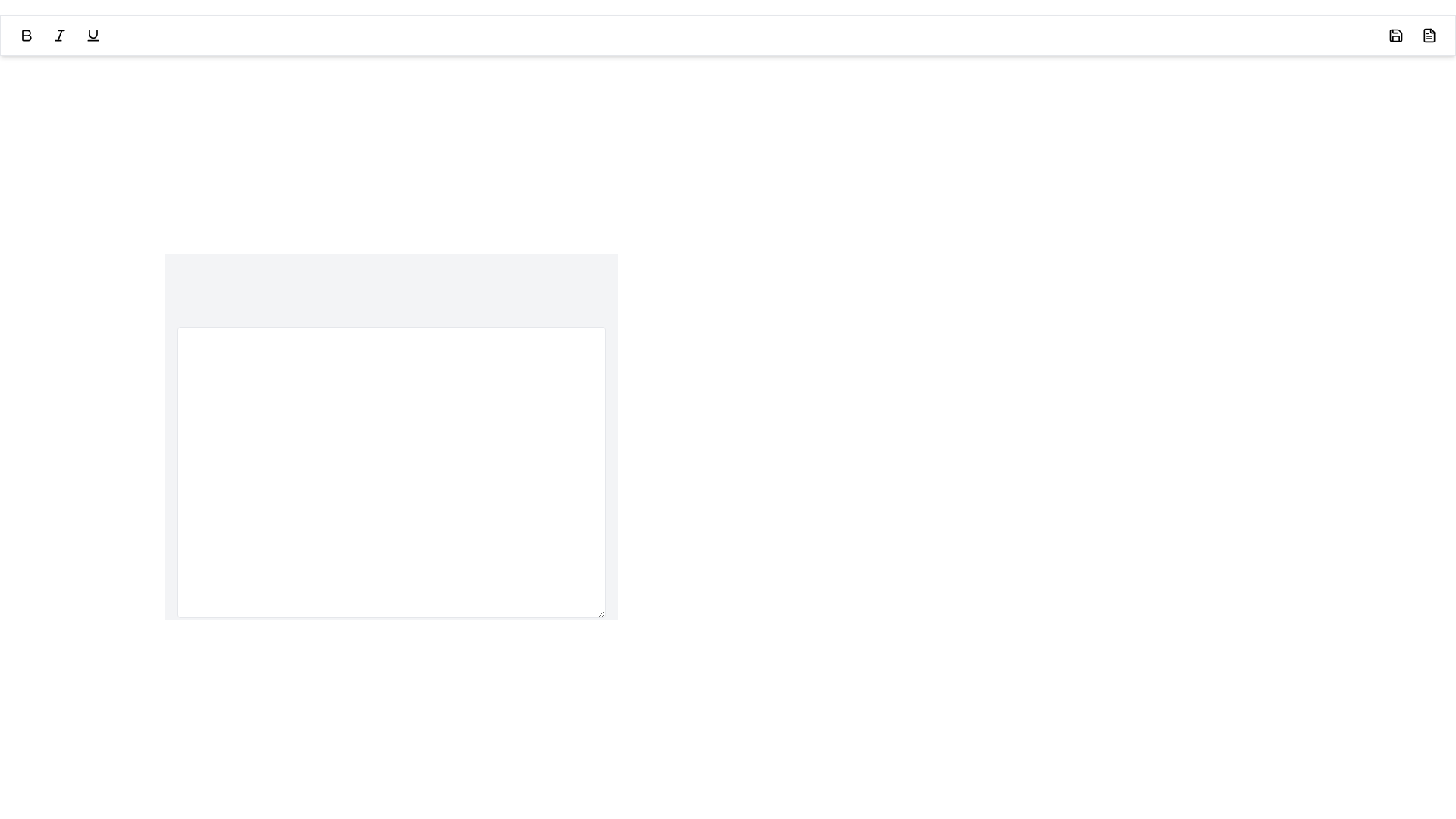 This screenshot has height=819, width=1456. What do you see at coordinates (26, 34) in the screenshot?
I see `the bold icon represented by a stylized 'B' in black, located in the top toolbar` at bounding box center [26, 34].